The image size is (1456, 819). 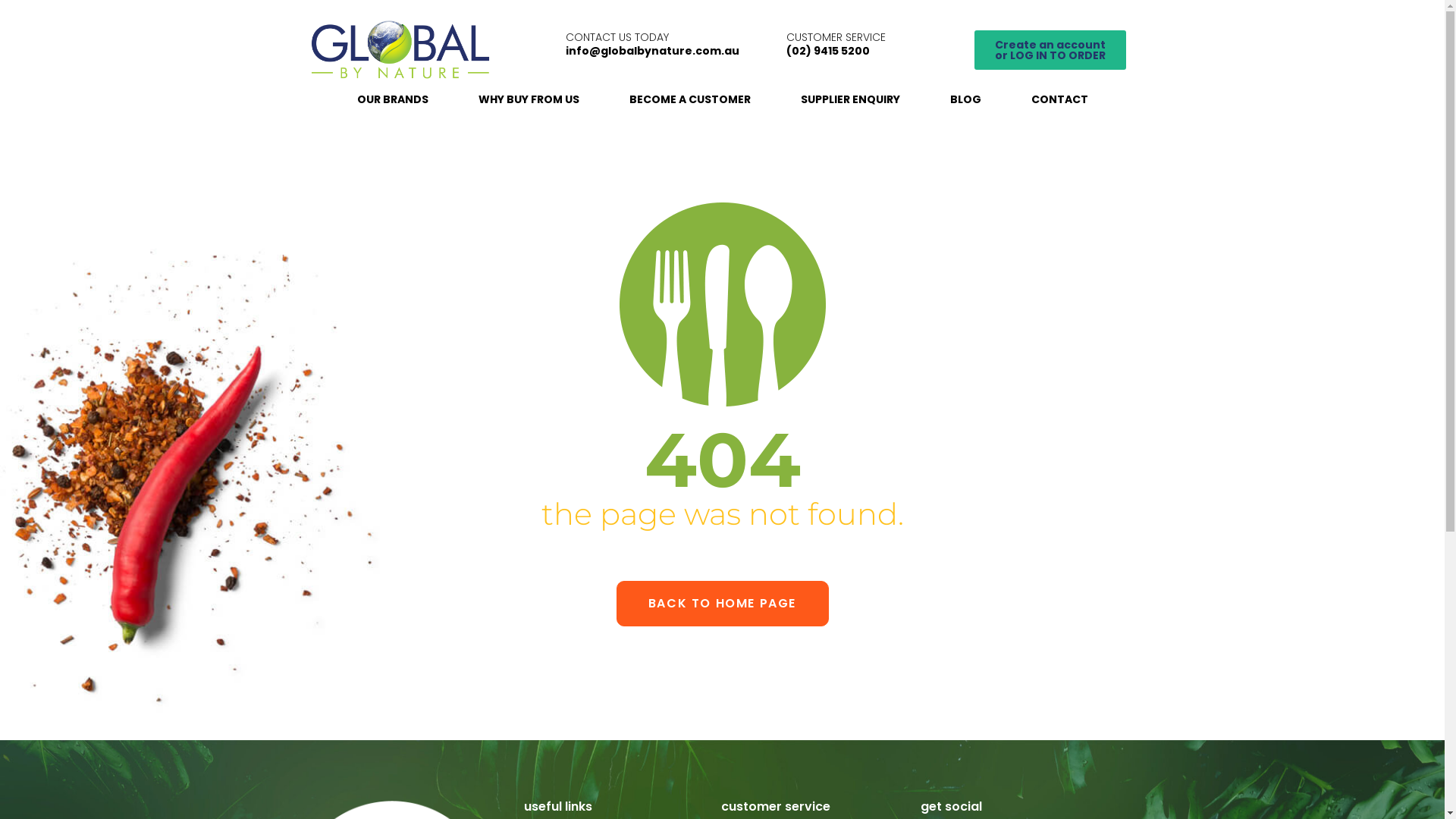 What do you see at coordinates (1050, 49) in the screenshot?
I see `'Create an account or LOG IN TO ORDER'` at bounding box center [1050, 49].